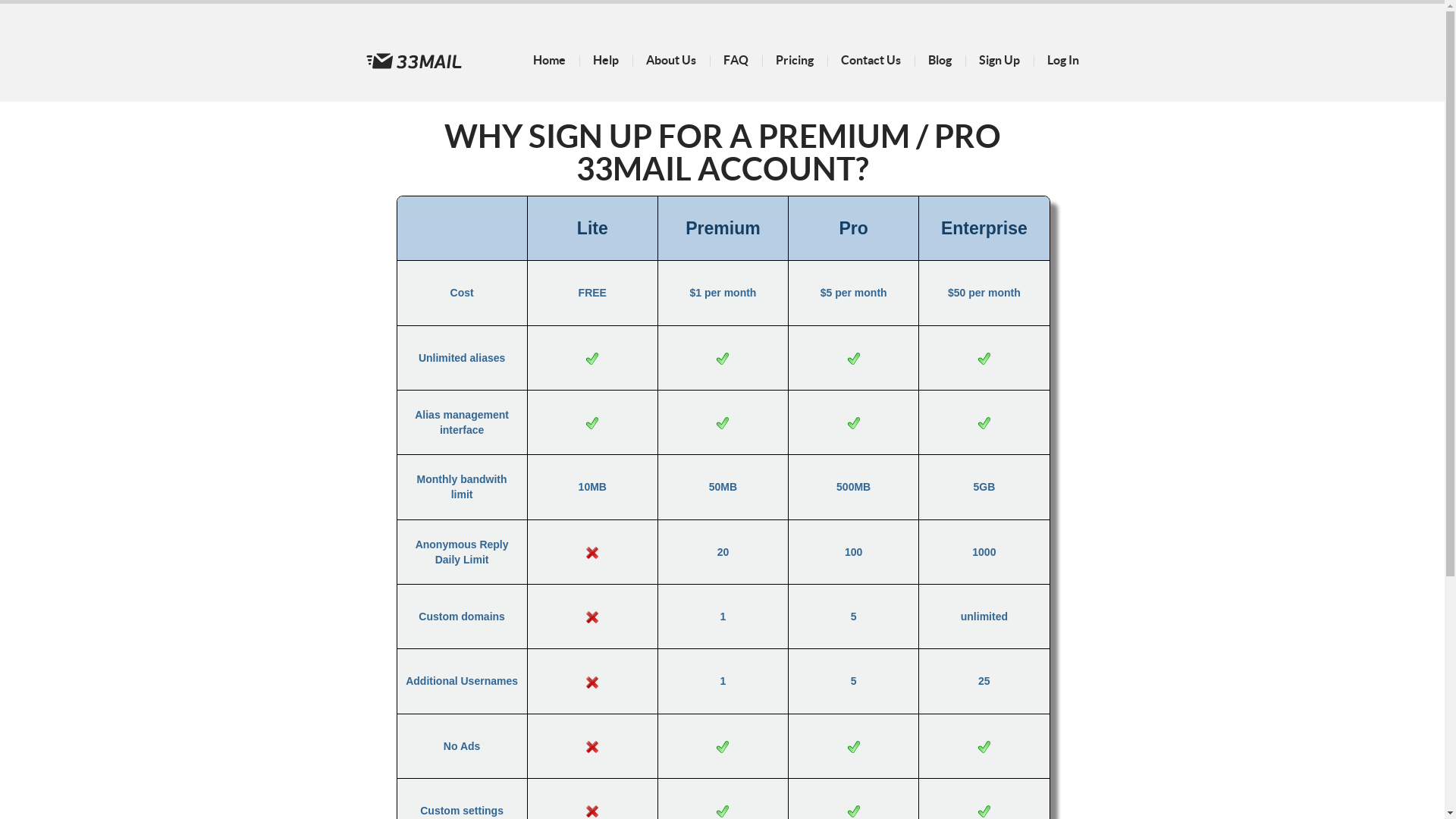  What do you see at coordinates (548, 58) in the screenshot?
I see `'Home'` at bounding box center [548, 58].